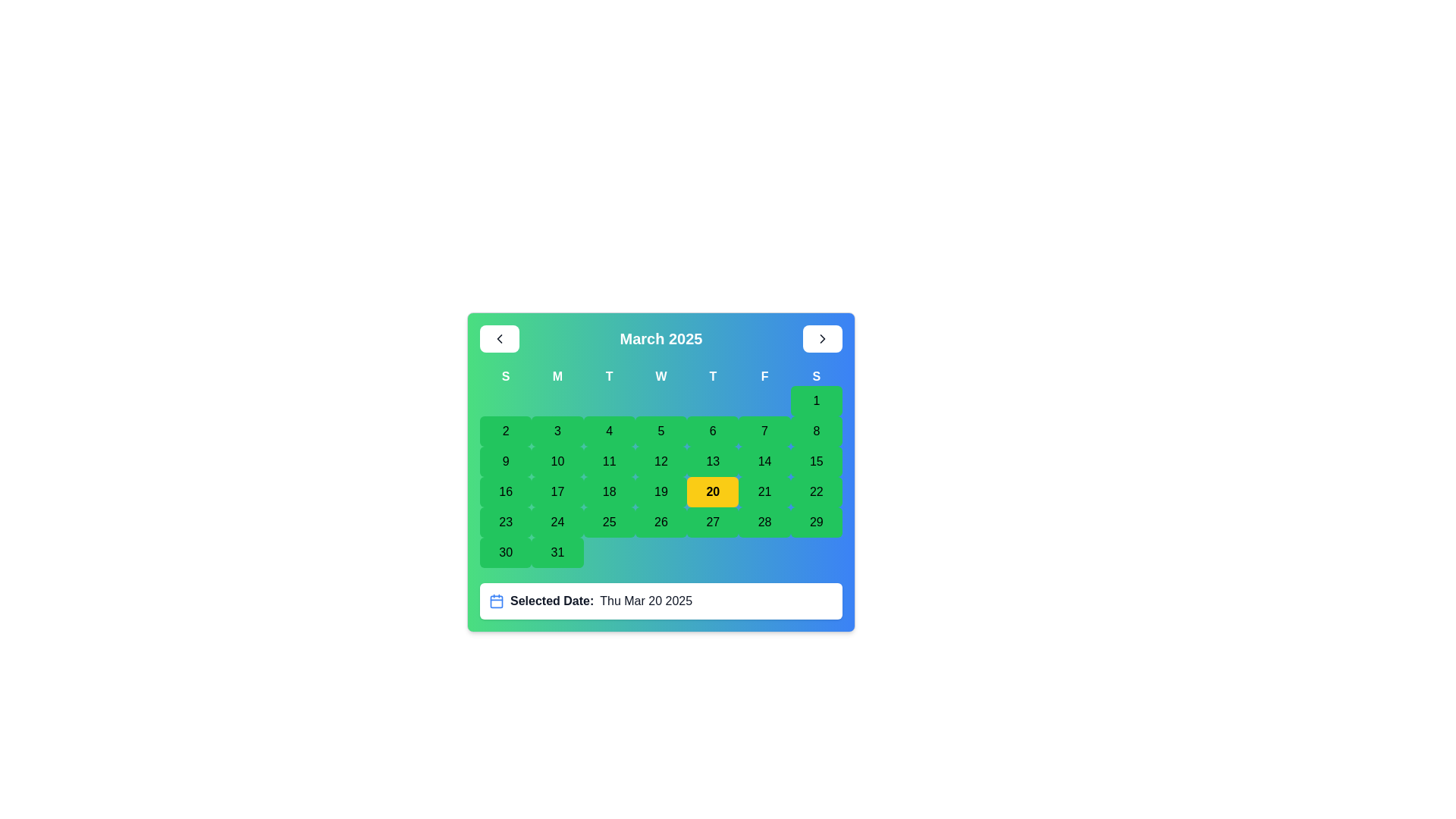 This screenshot has width=1456, height=819. What do you see at coordinates (712, 522) in the screenshot?
I see `the green button labeled '27' located in the fourth row and sixth column under the header 'March 2025' to potentially reveal additional information` at bounding box center [712, 522].